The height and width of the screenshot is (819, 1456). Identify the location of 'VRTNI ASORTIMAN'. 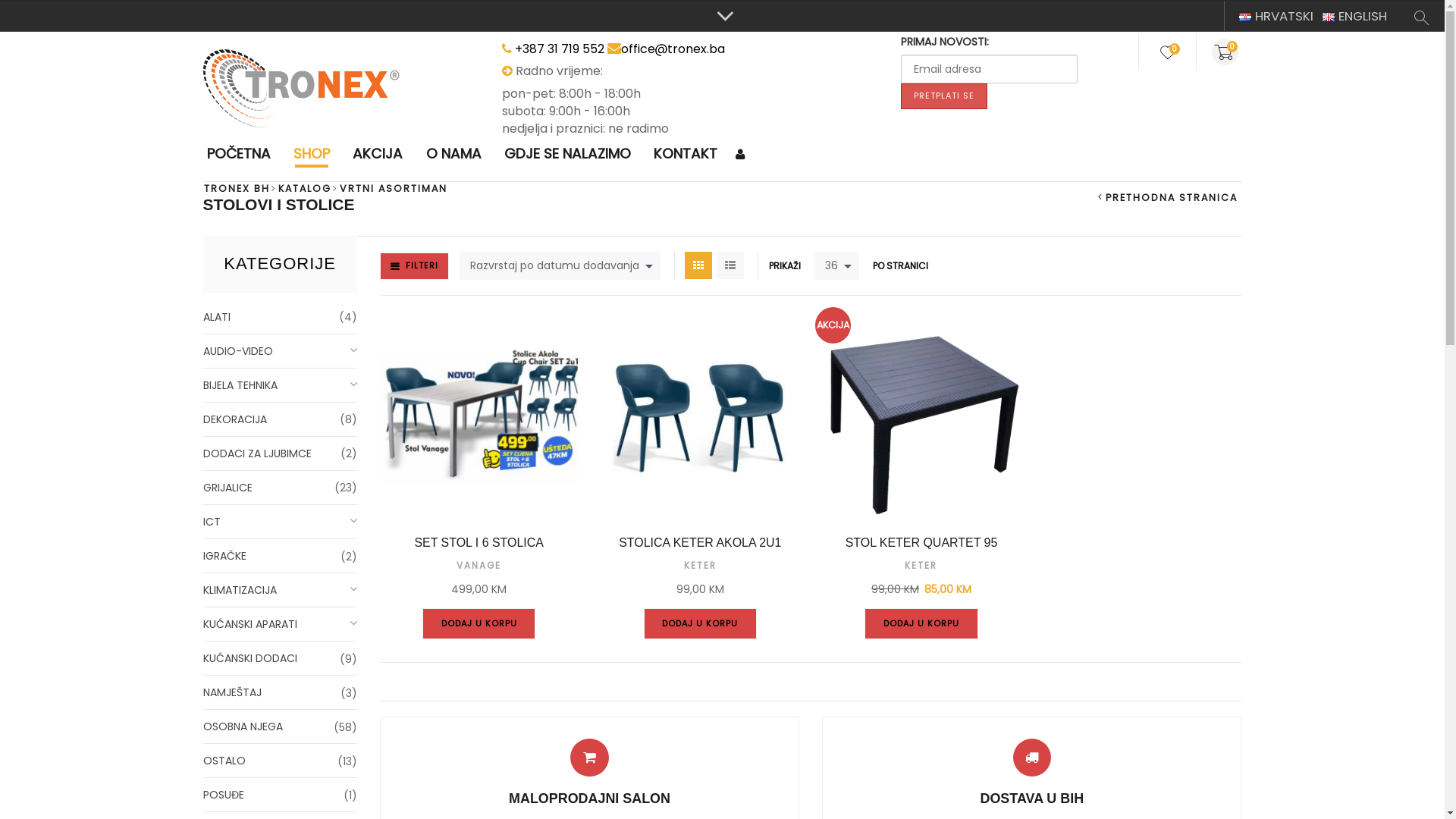
(393, 187).